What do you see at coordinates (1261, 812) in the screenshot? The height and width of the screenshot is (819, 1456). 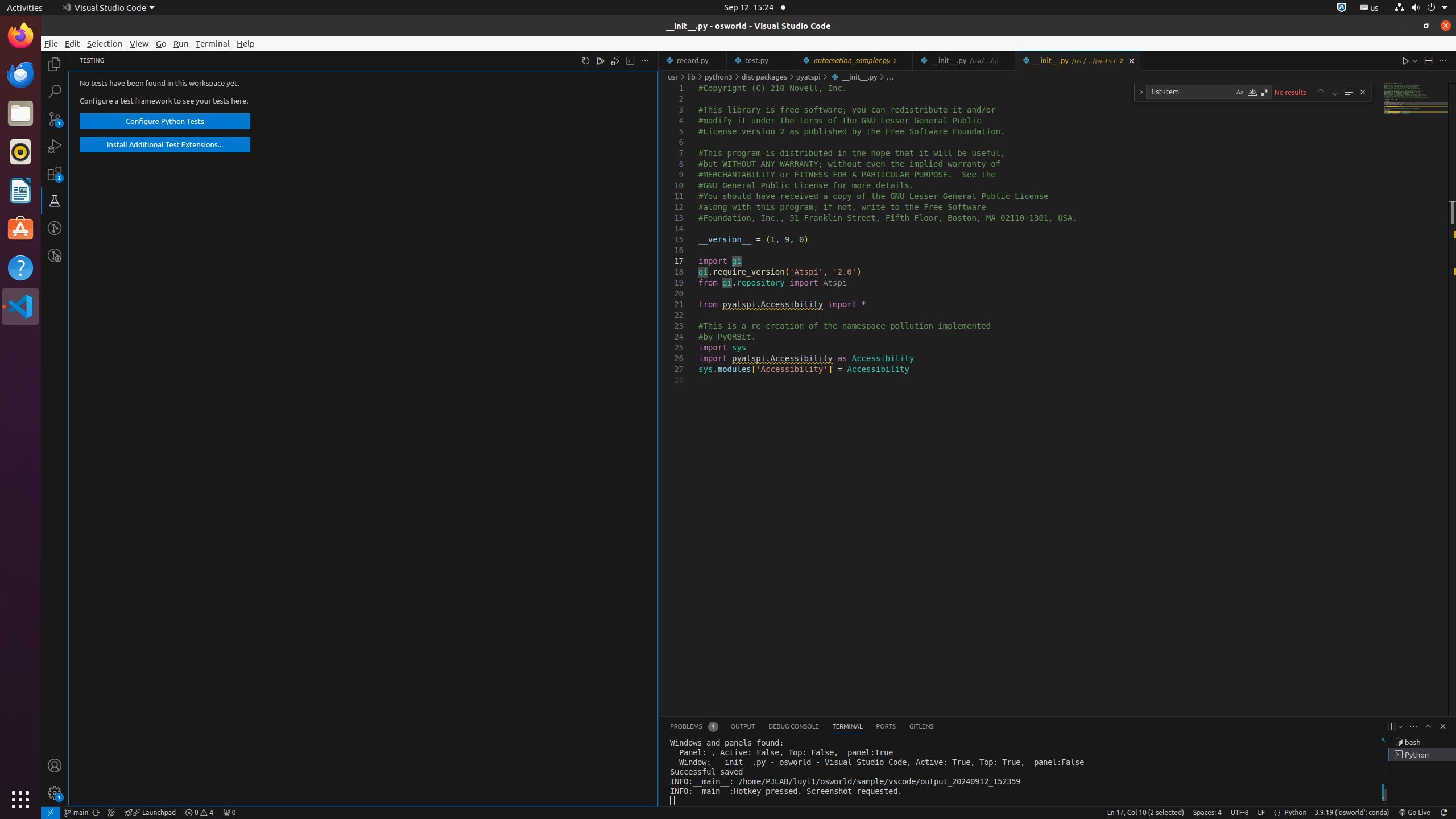 I see `'LF'` at bounding box center [1261, 812].